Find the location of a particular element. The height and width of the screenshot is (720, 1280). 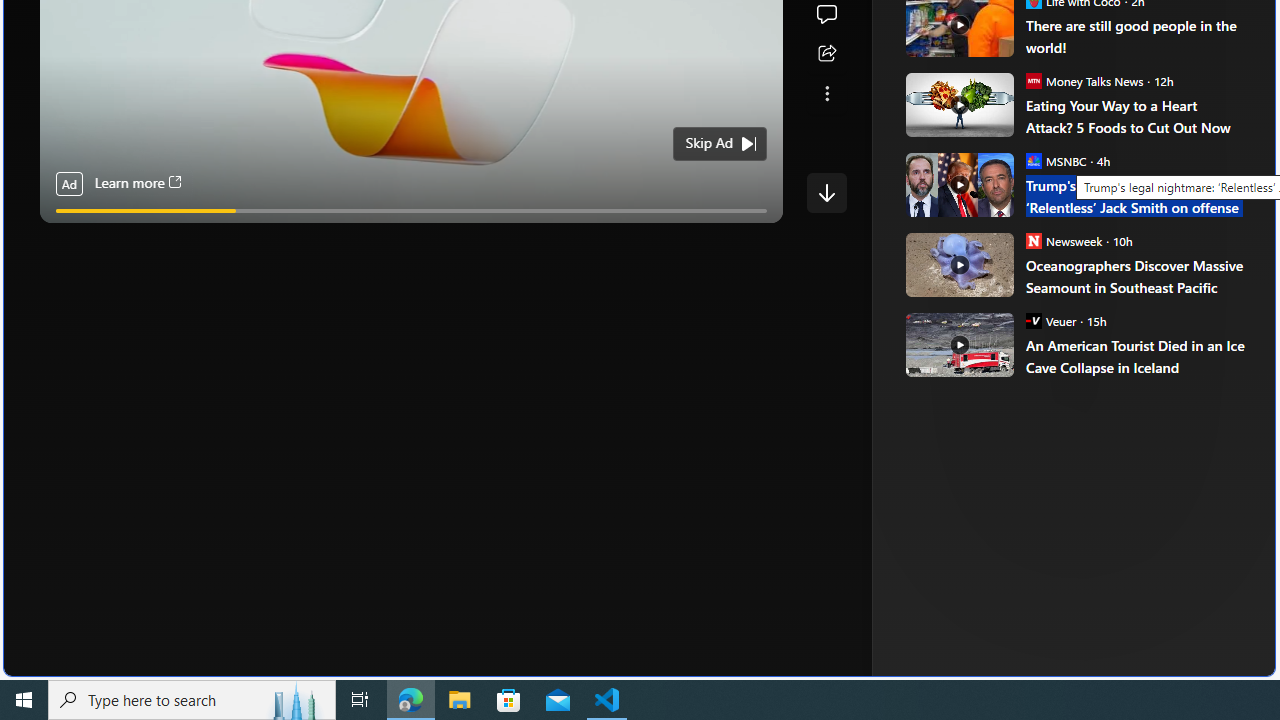

'Share this story' is located at coordinates (826, 53).